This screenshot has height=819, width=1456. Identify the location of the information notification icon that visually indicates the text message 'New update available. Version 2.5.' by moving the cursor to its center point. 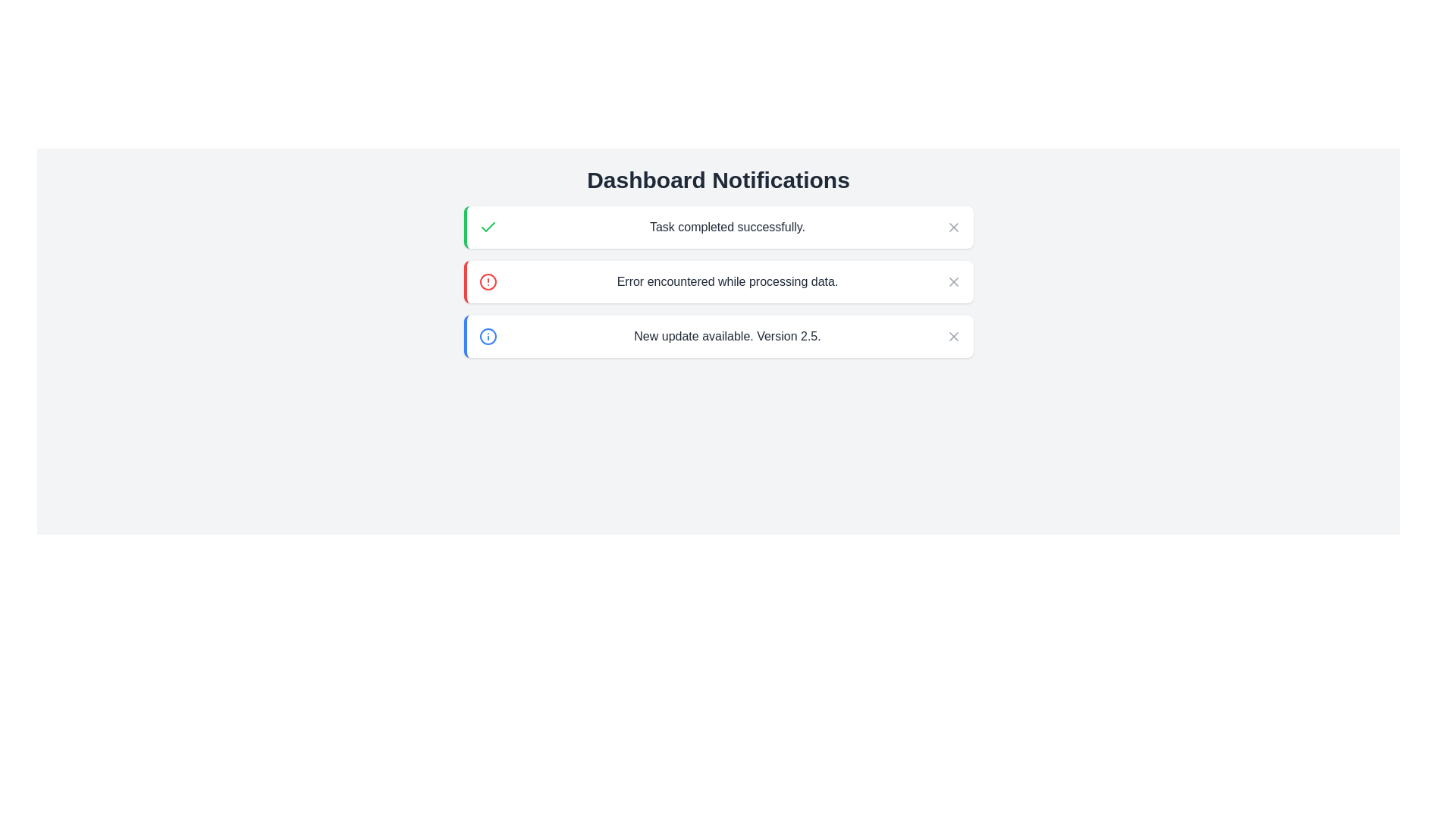
(488, 335).